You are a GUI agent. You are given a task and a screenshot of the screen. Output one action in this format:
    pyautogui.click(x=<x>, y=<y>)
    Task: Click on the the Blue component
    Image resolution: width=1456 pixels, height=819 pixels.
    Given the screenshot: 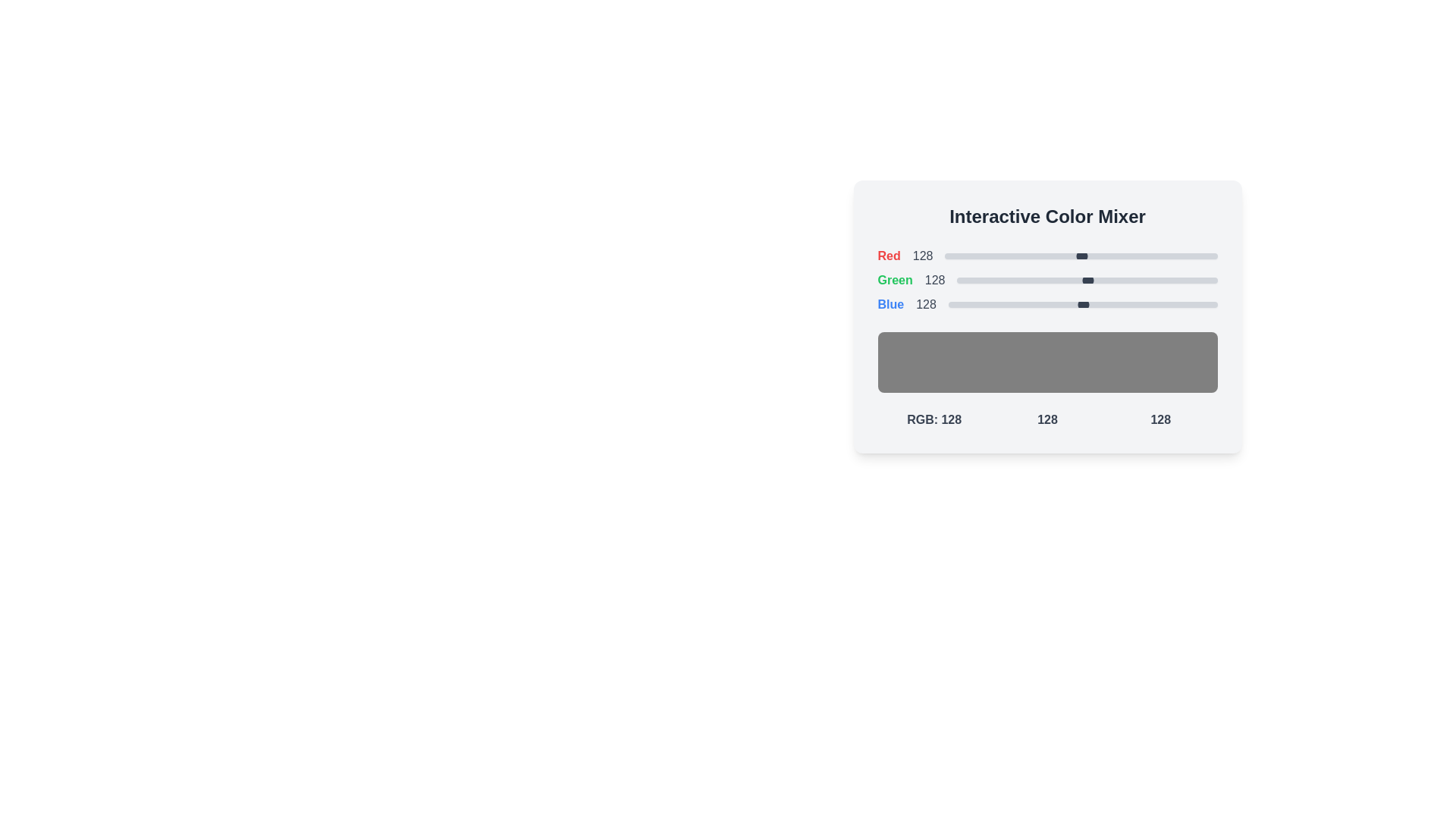 What is the action you would take?
    pyautogui.click(x=1197, y=304)
    